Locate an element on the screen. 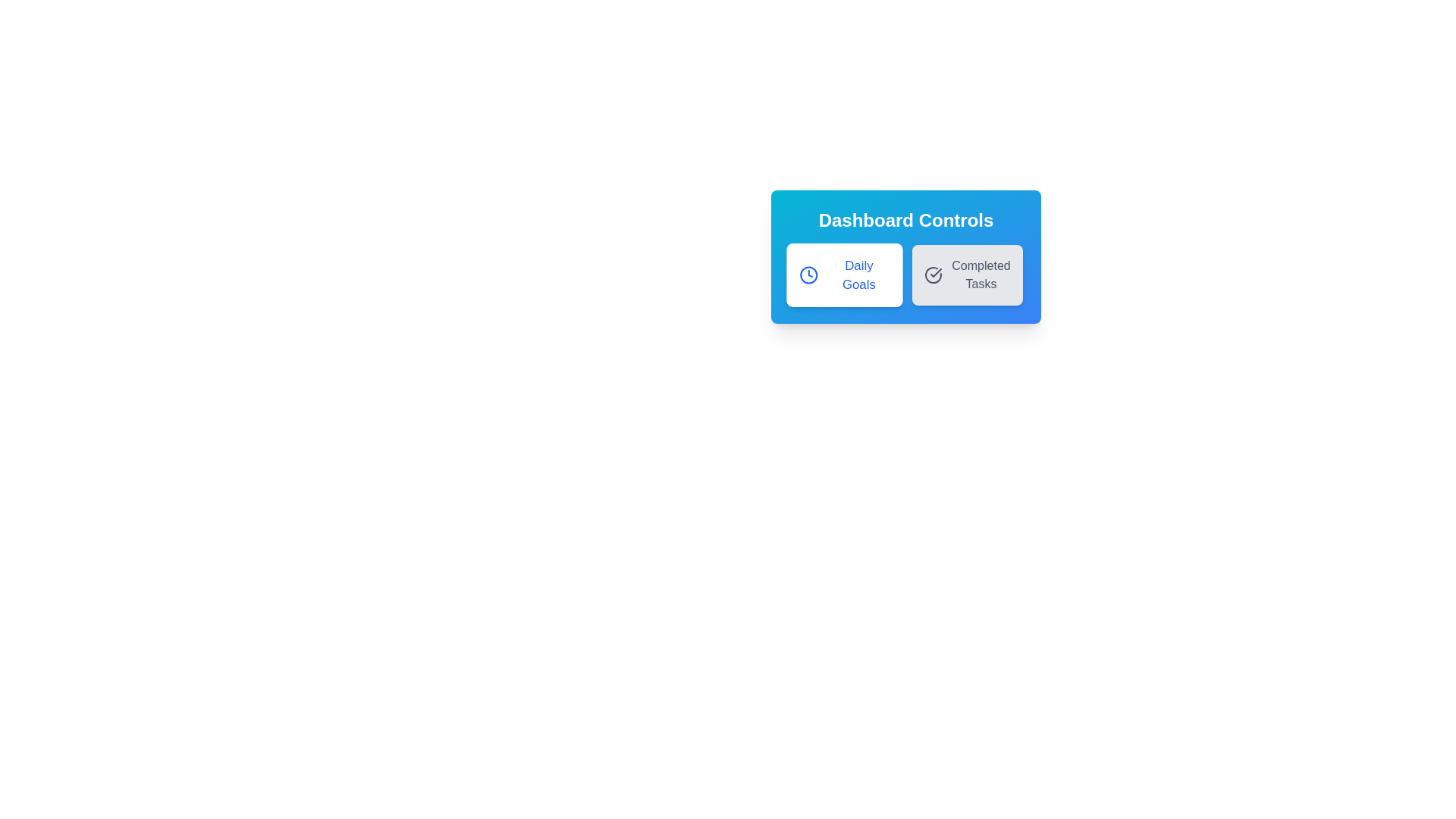 This screenshot has height=819, width=1456. the 'Daily Goals' text label within the button, which is located in the first card under 'Dashboard Controls', featuring blue text on a white card-like background is located at coordinates (858, 275).